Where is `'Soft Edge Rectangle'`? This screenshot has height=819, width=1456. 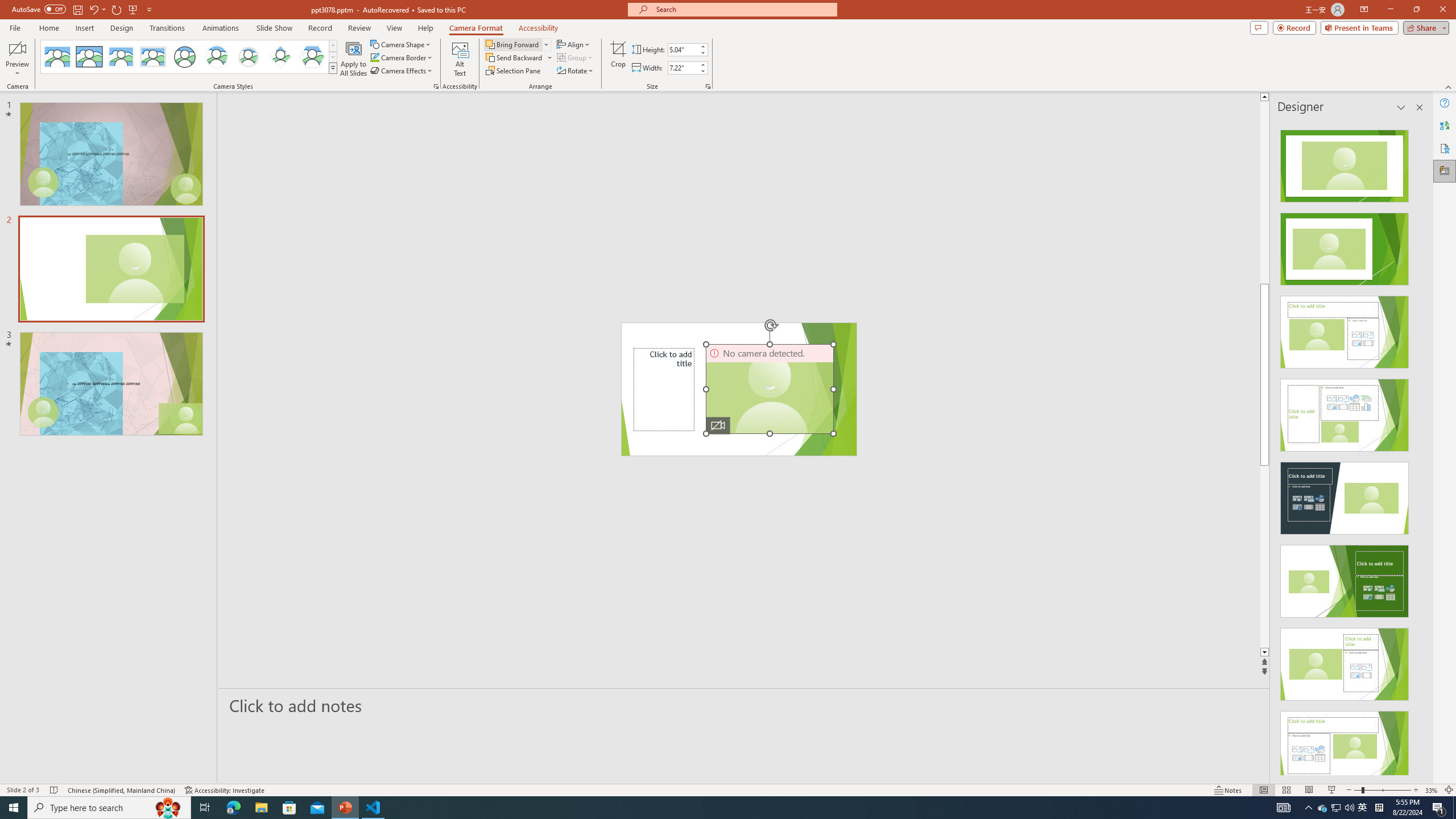
'Soft Edge Rectangle' is located at coordinates (152, 56).